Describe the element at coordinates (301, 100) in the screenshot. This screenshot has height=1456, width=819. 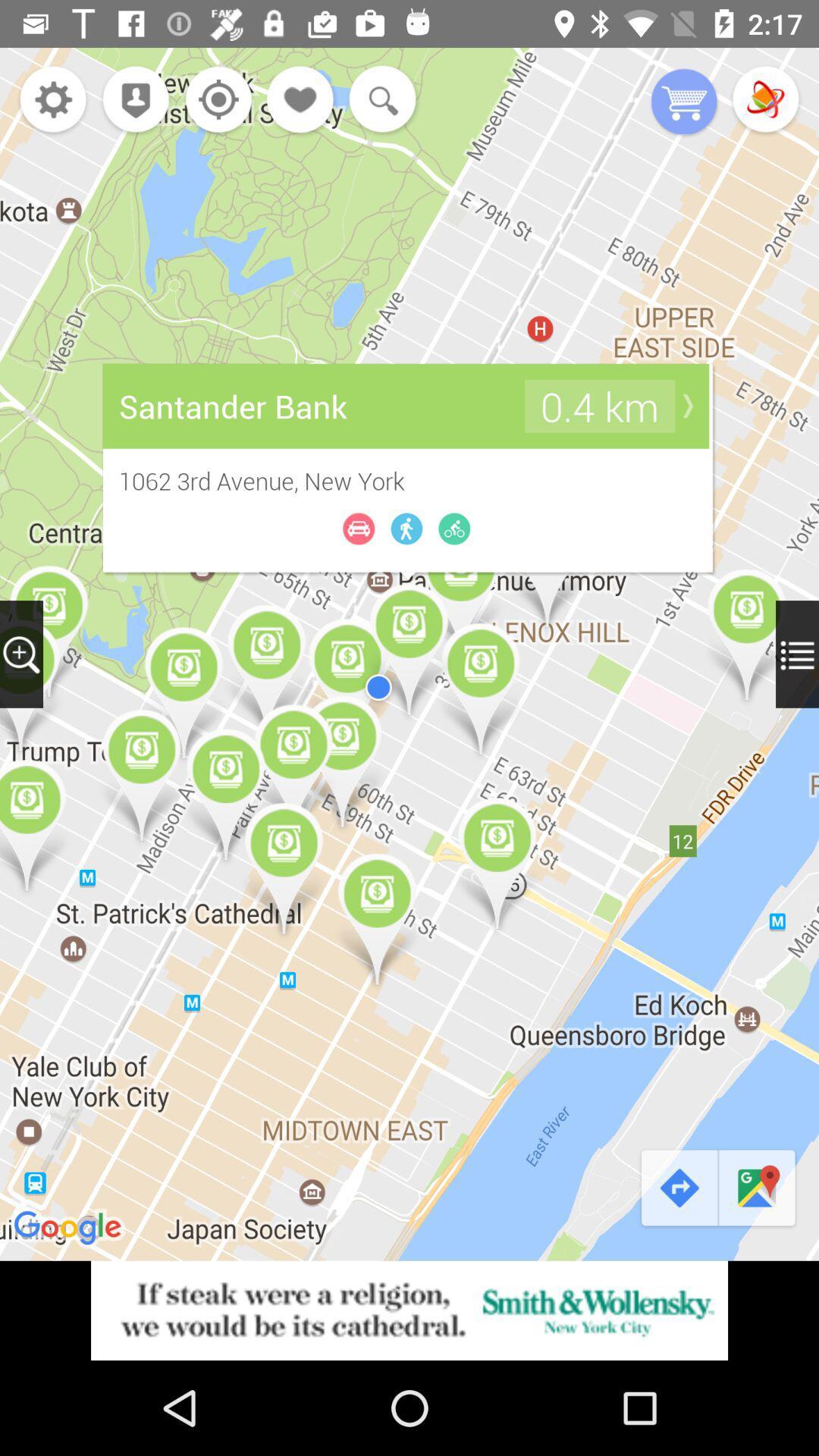
I see `place` at that location.